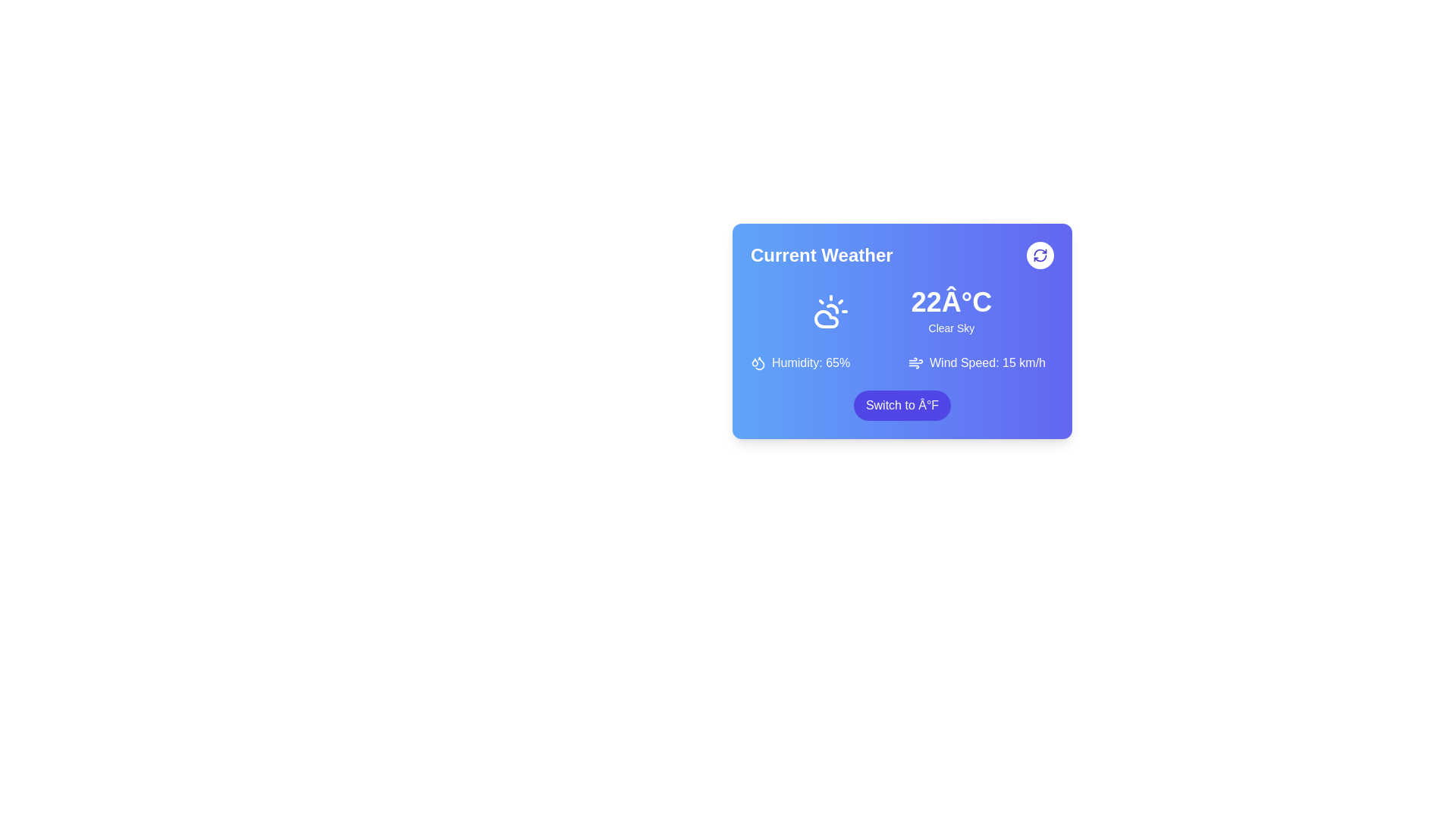  I want to click on the Static Content Section displaying the current temperature '22°C' and weather condition 'Clear Sky' within the 'Current Weather' card, so click(902, 311).